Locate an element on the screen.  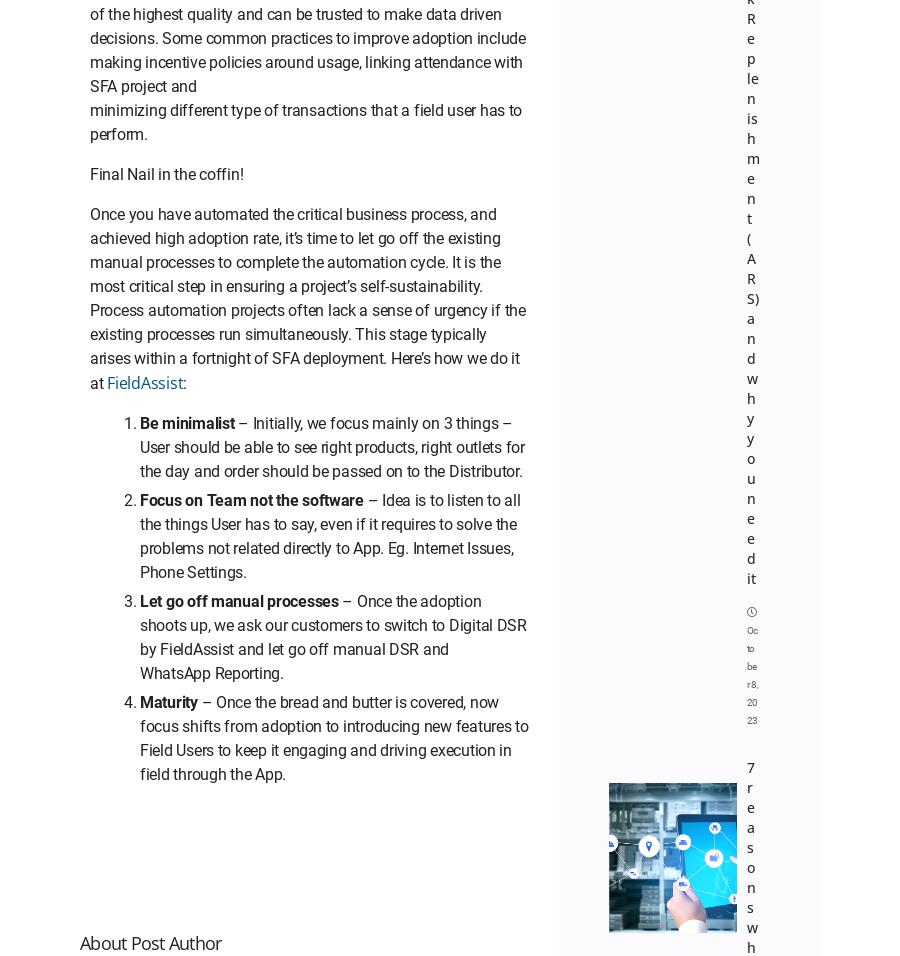
'About Us' is located at coordinates (444, 12).